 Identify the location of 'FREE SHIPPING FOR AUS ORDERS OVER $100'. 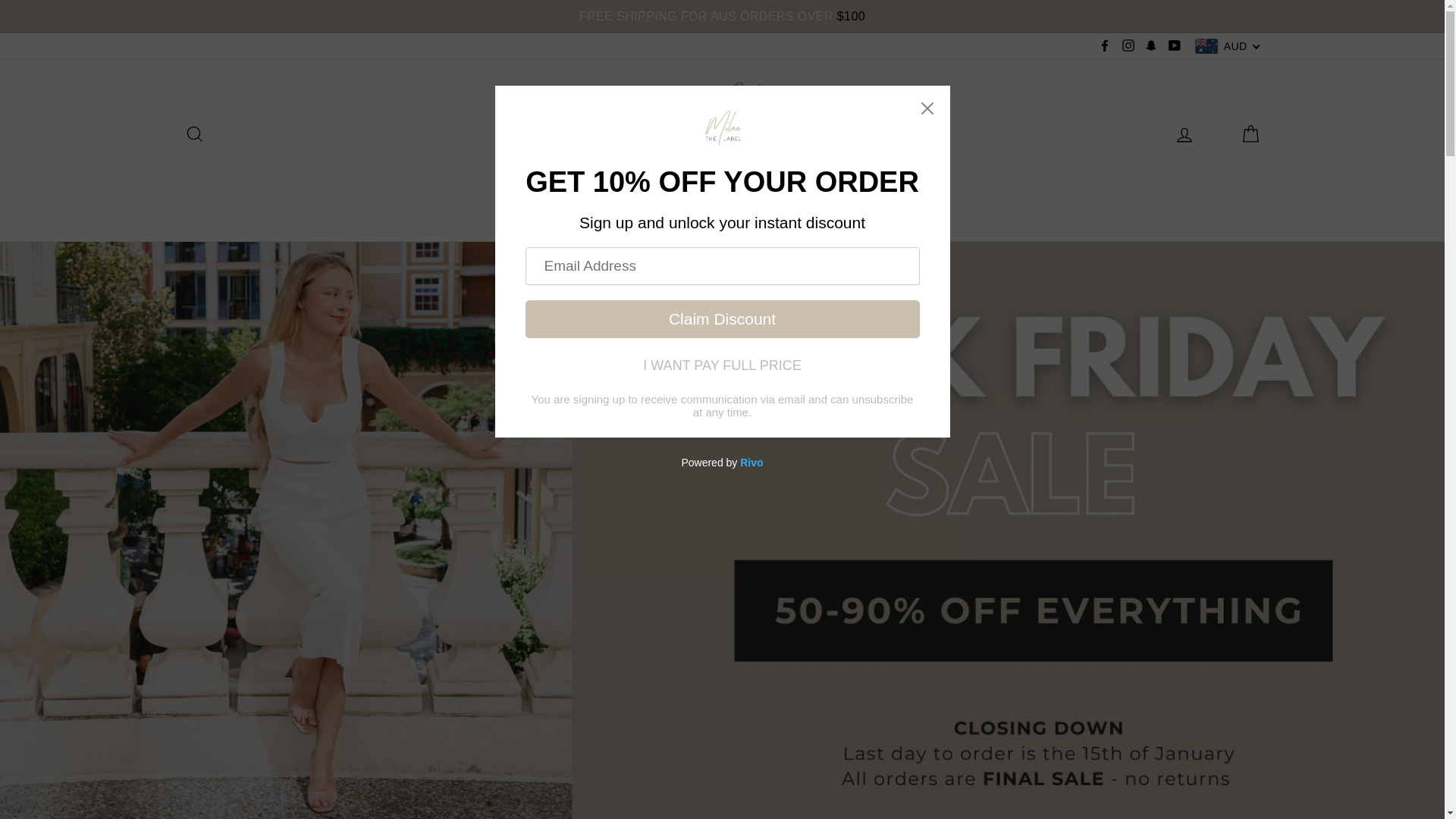
(0, 17).